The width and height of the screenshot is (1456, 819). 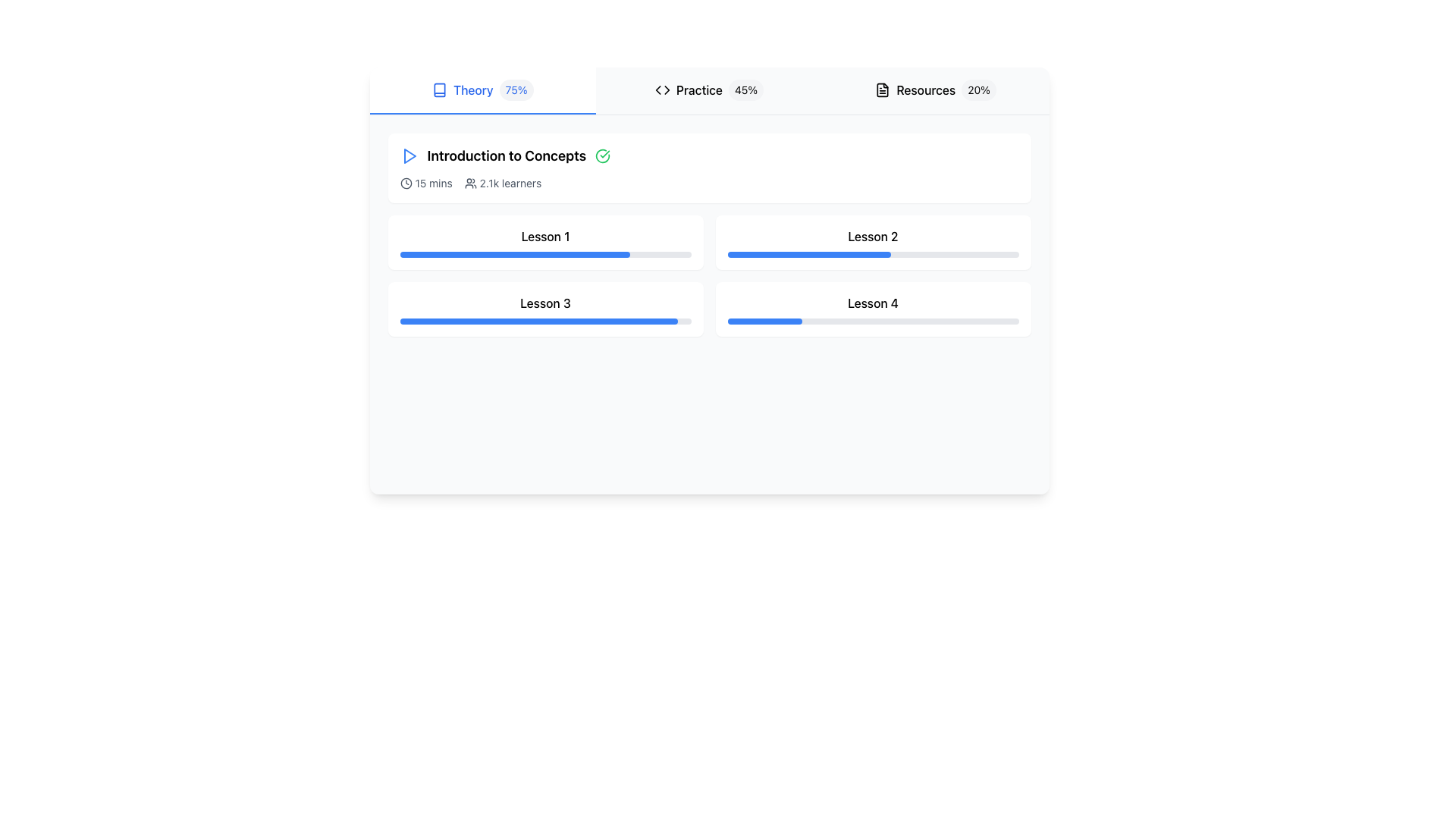 What do you see at coordinates (515, 253) in the screenshot?
I see `the blue filled progress bar indicator within the 'Lesson 1' section under the 'Introduction to Concepts' heading` at bounding box center [515, 253].